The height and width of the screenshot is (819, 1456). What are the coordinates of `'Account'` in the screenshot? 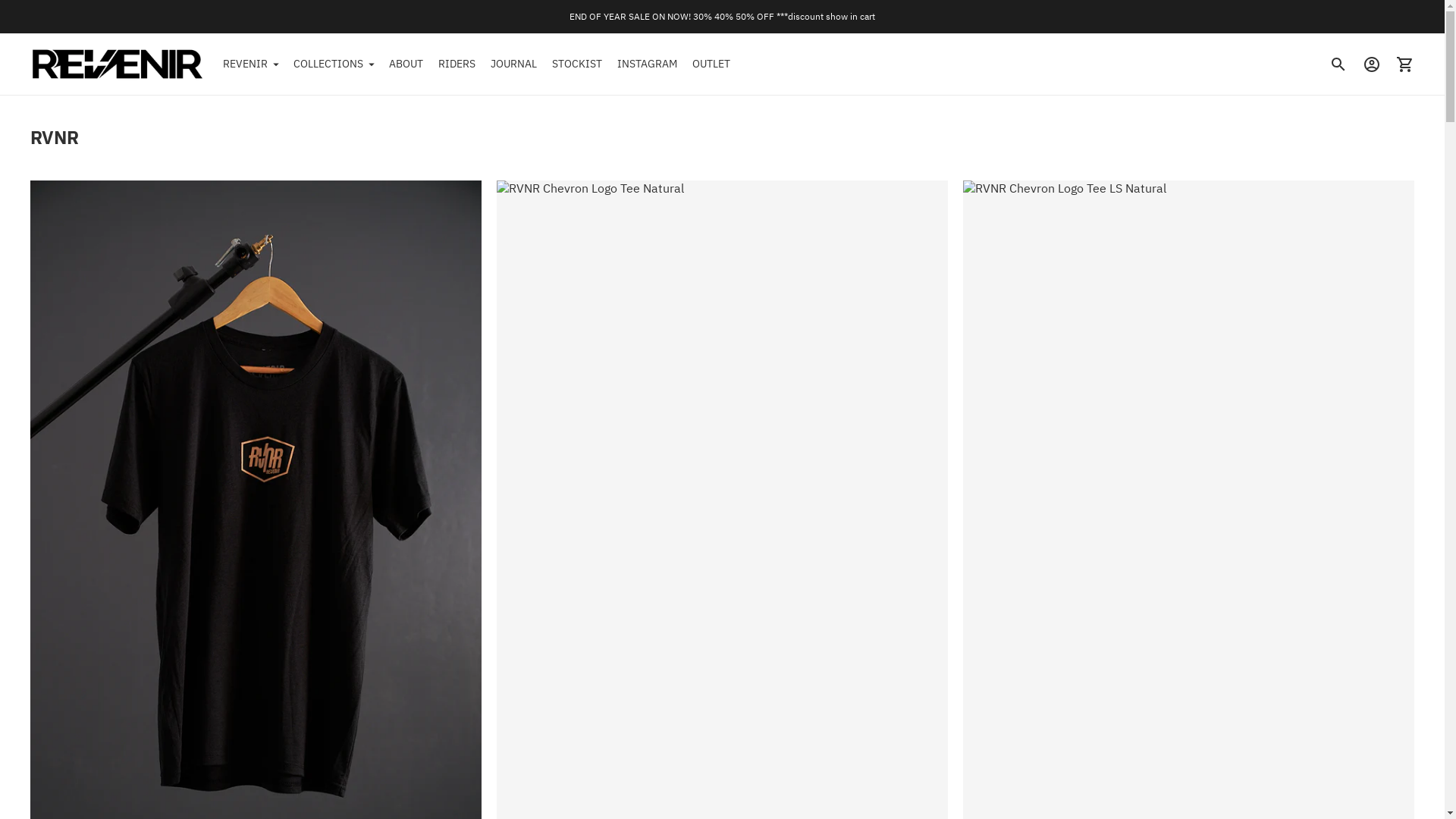 It's located at (1372, 63).